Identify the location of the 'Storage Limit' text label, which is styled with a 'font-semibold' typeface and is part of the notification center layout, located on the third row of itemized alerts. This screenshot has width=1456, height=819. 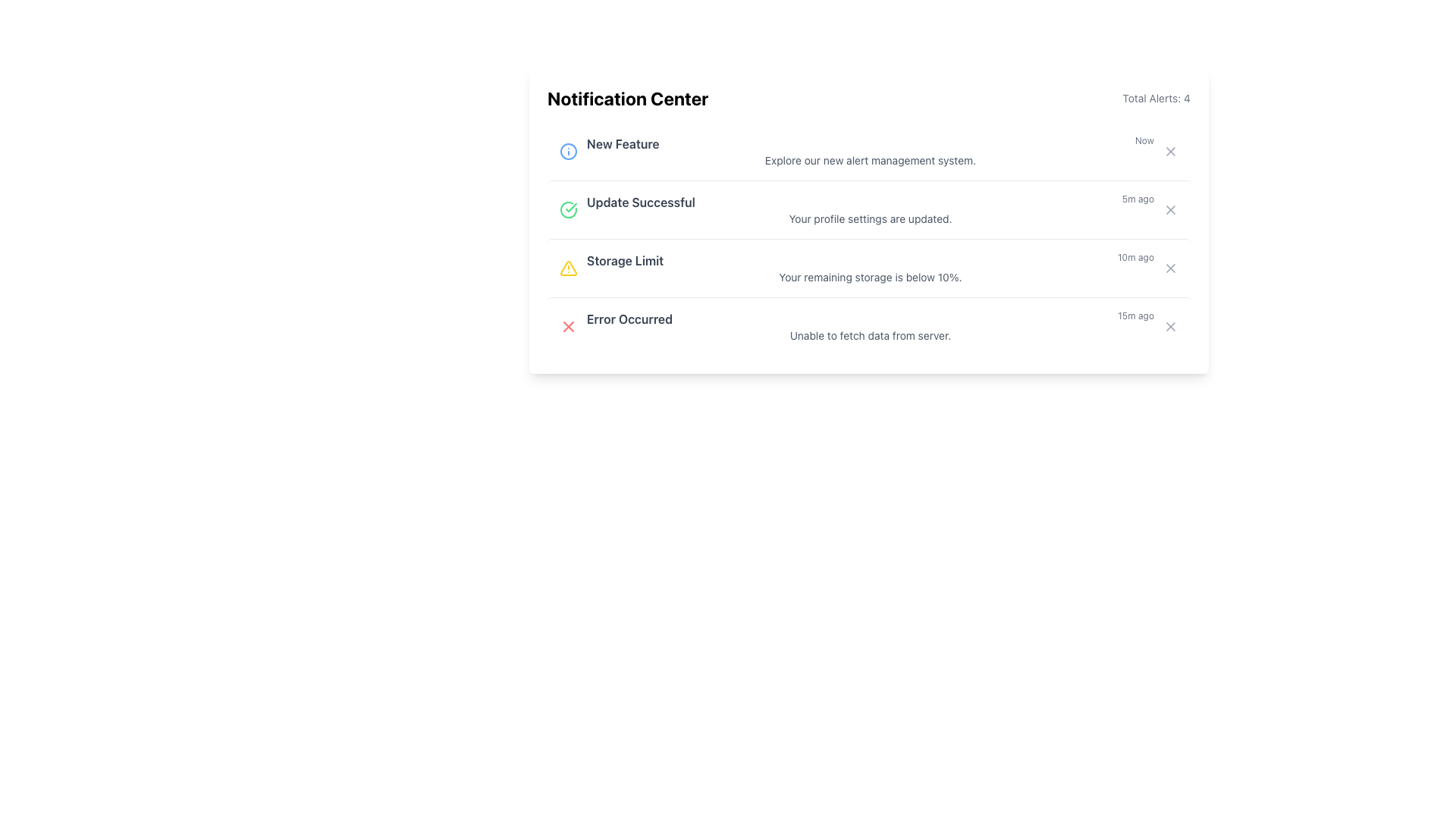
(625, 259).